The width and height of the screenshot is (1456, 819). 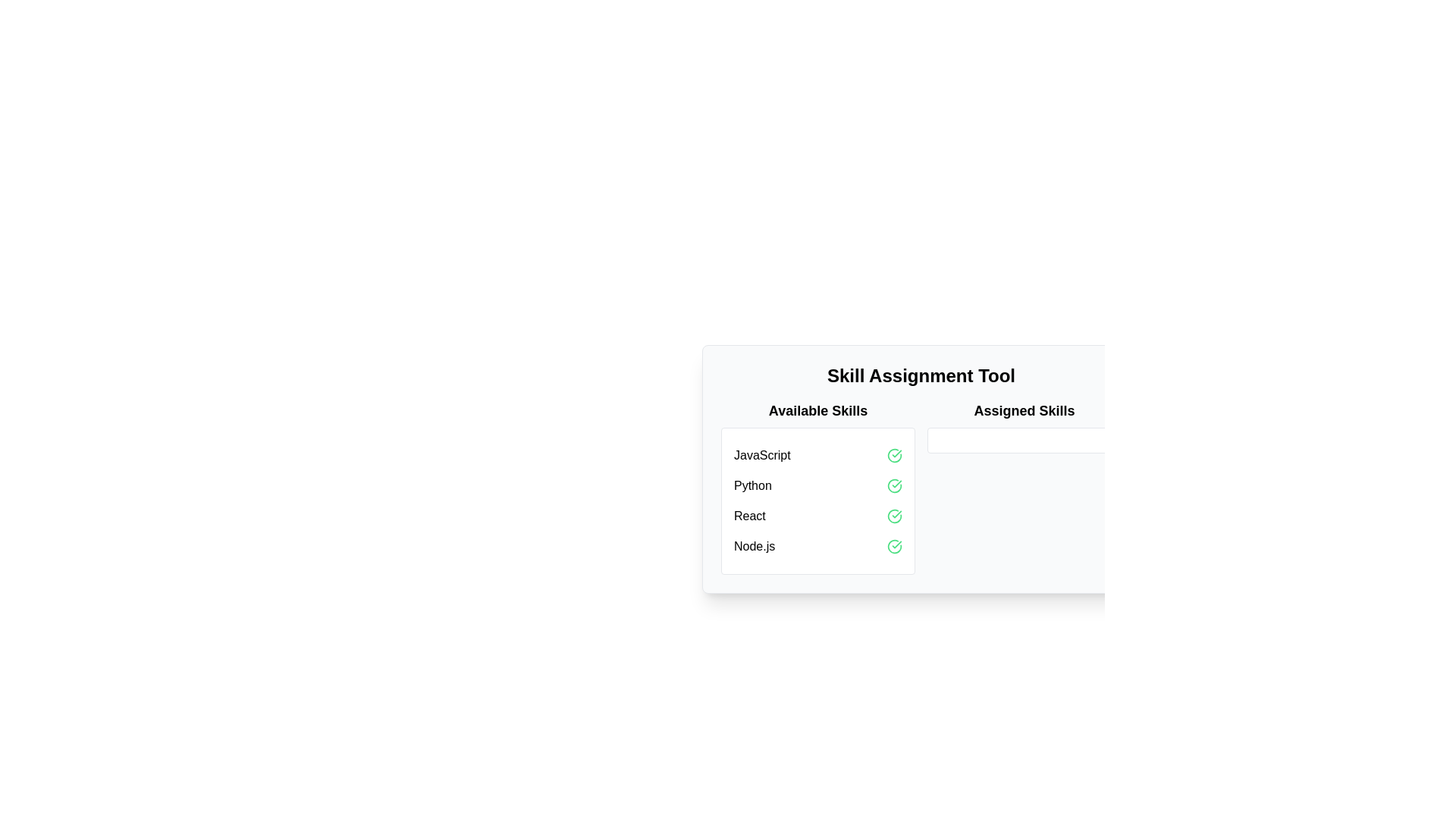 I want to click on the 'React' skill status icon located at the end of the 'React' row in the 'Available Skills' list, adjacent to the label 'React', so click(x=895, y=516).